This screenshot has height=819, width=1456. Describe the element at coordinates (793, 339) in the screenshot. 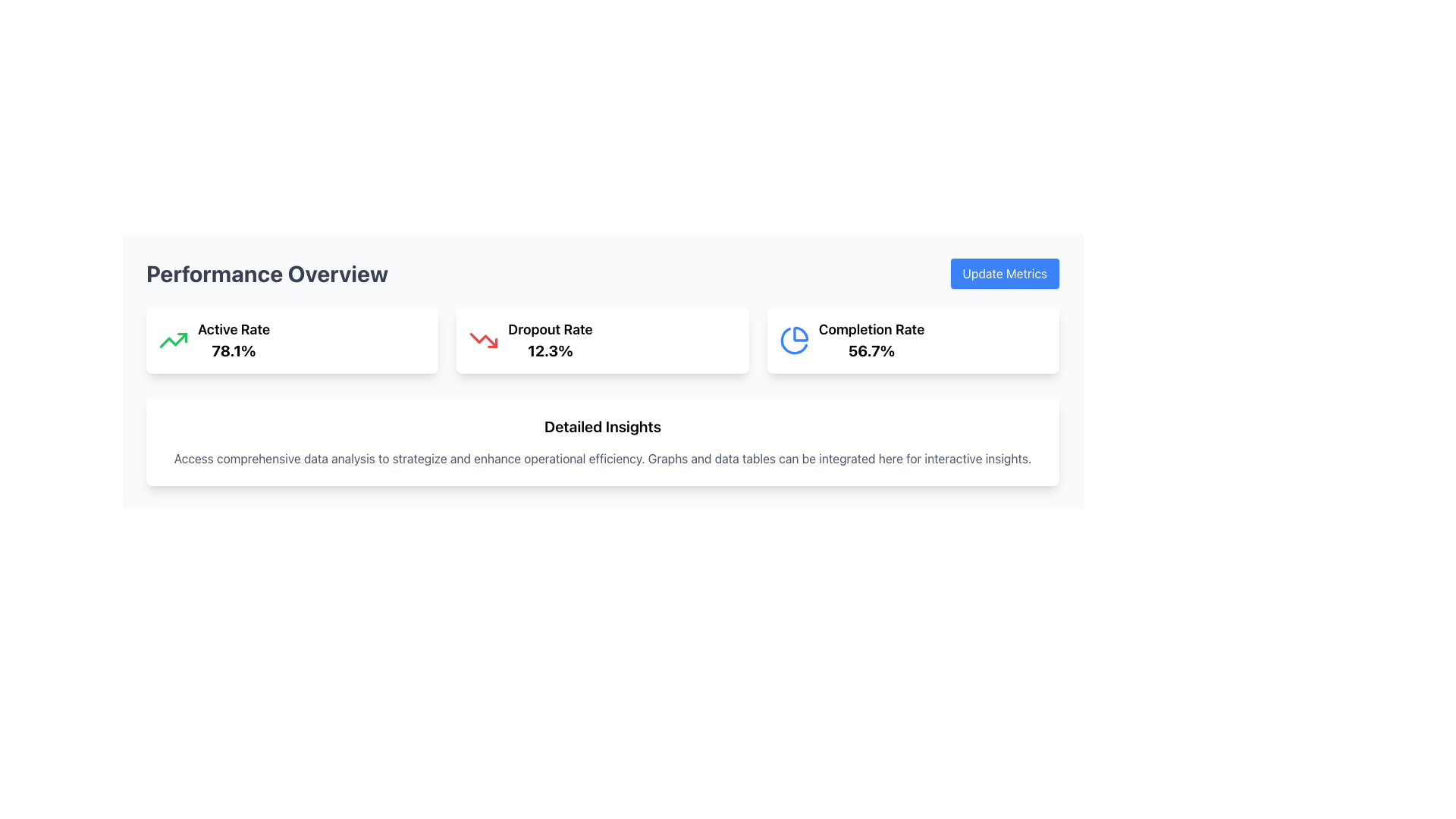

I see `the circular pie chart icon representing the 'Completion Rate' with a percentage of '56.7%', located at the left of the card's header text` at that location.